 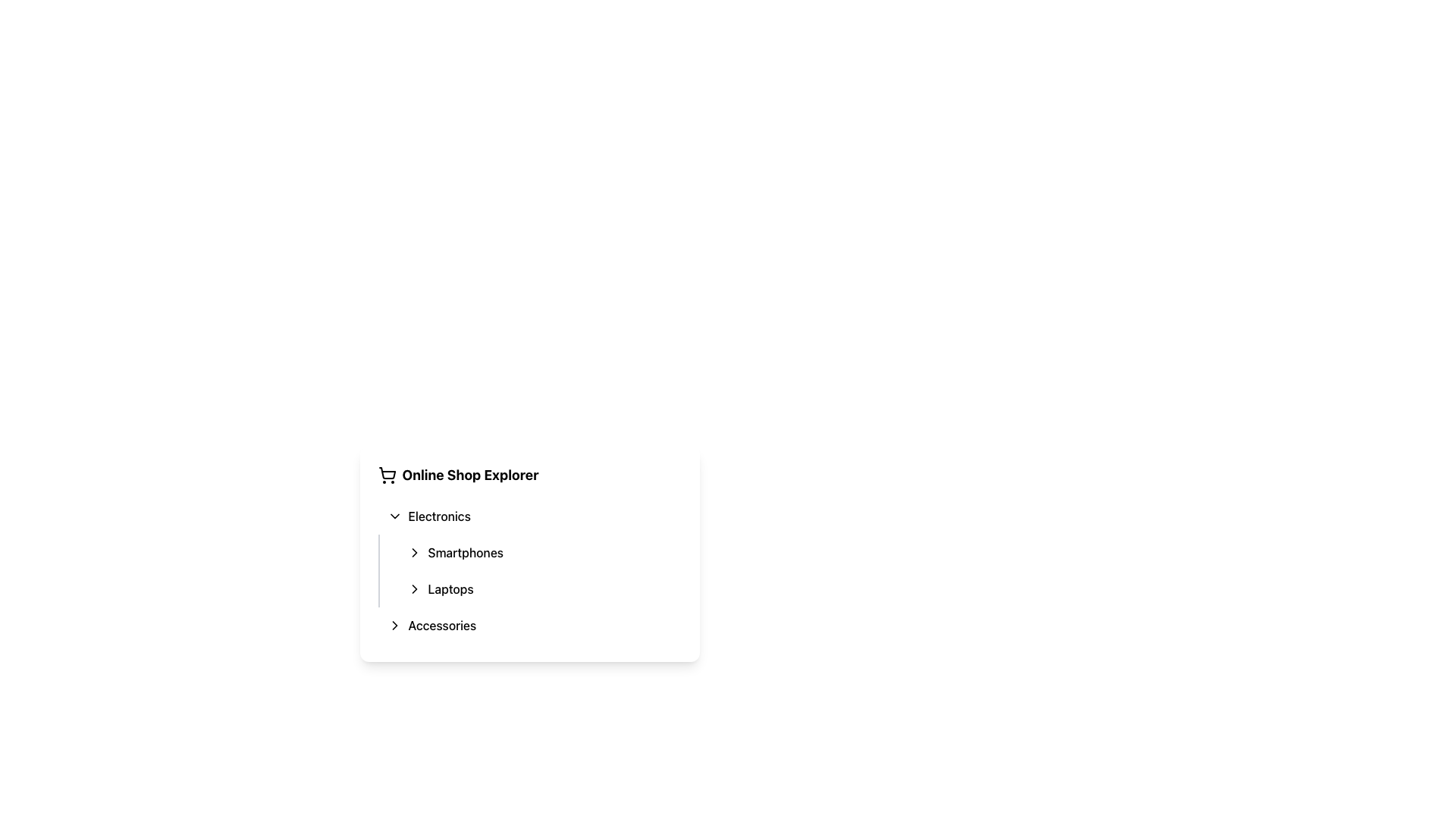 What do you see at coordinates (465, 553) in the screenshot?
I see `the 'Smartphones' label in the navigation menu under 'Electronics' to guide users to the Smartphones section` at bounding box center [465, 553].